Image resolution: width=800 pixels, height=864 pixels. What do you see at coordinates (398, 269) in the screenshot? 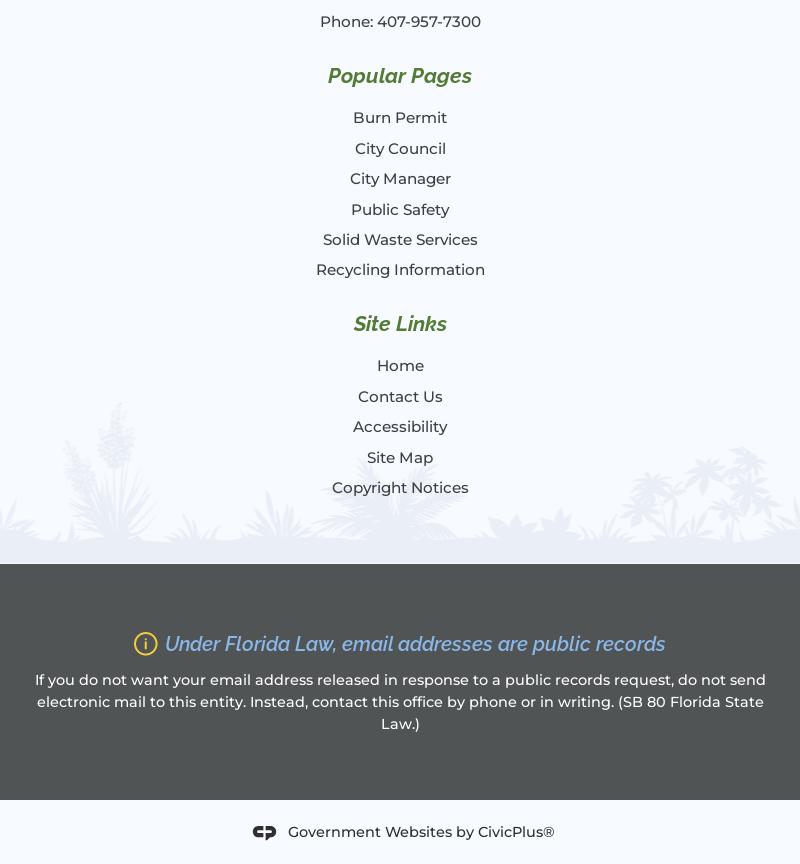
I see `'Recycling Information'` at bounding box center [398, 269].